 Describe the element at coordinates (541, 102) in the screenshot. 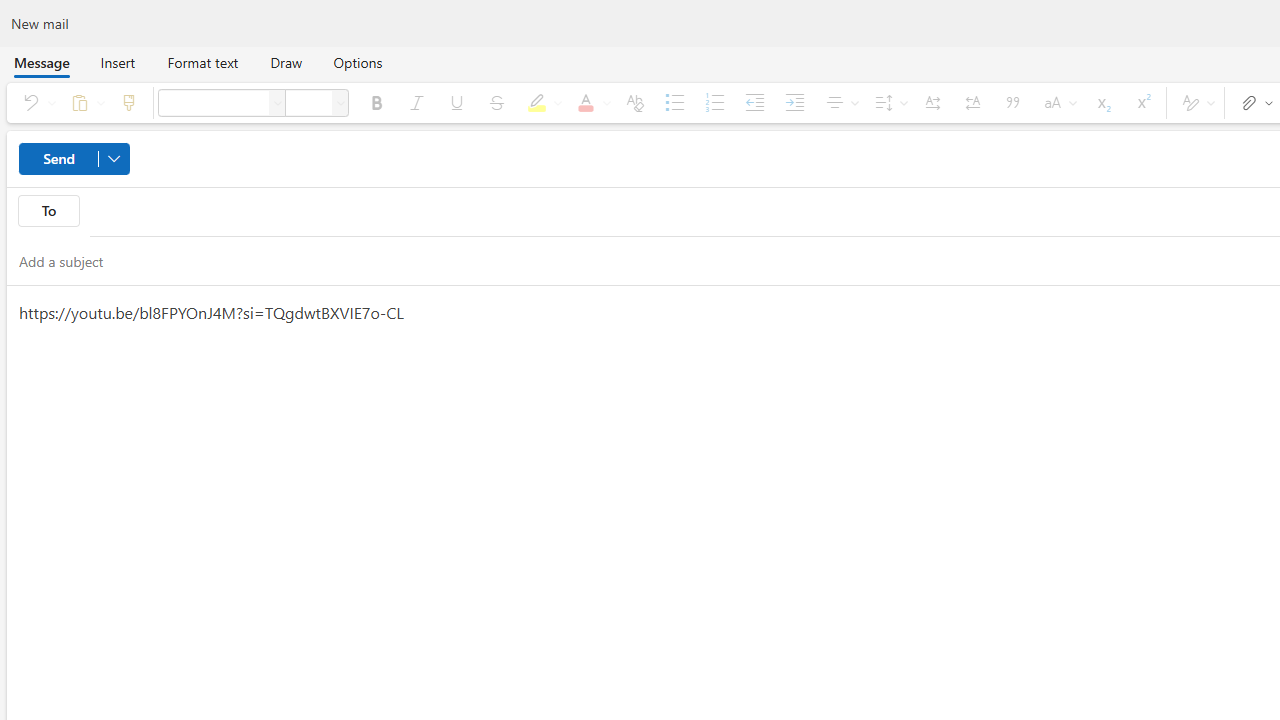

I see `'Text highlight color'` at that location.